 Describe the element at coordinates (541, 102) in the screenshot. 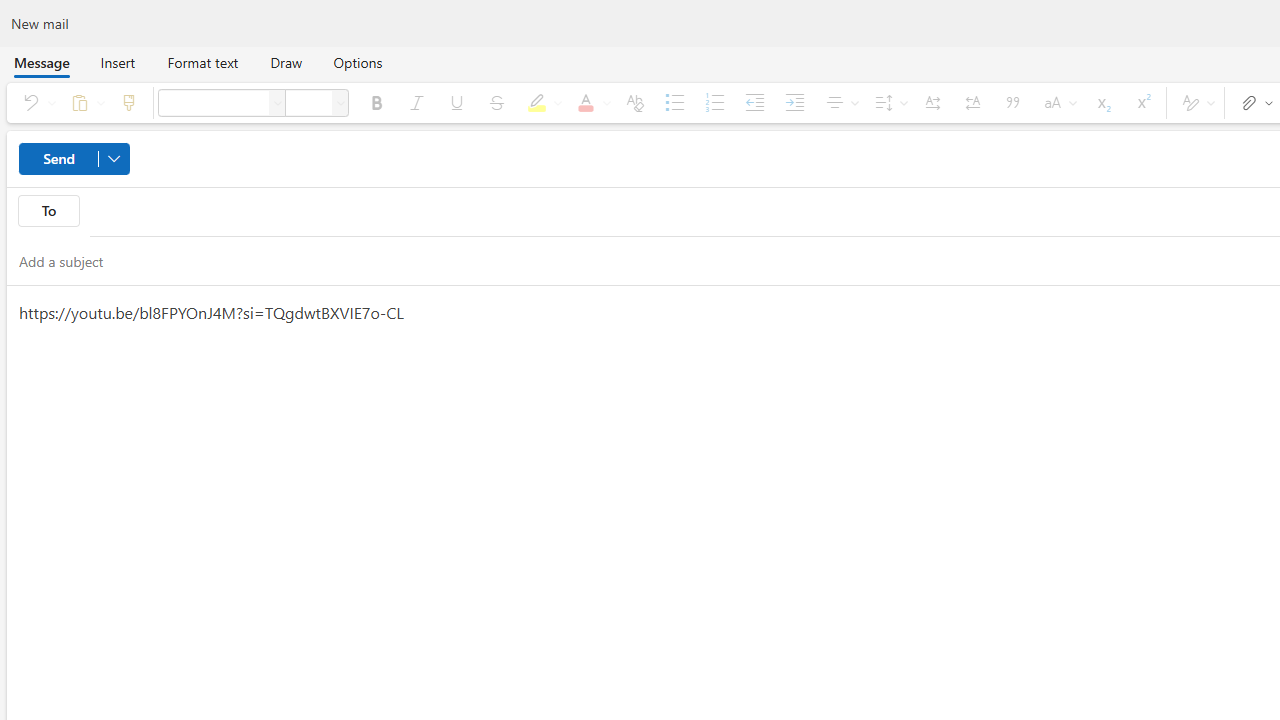

I see `'Text highlight color'` at that location.